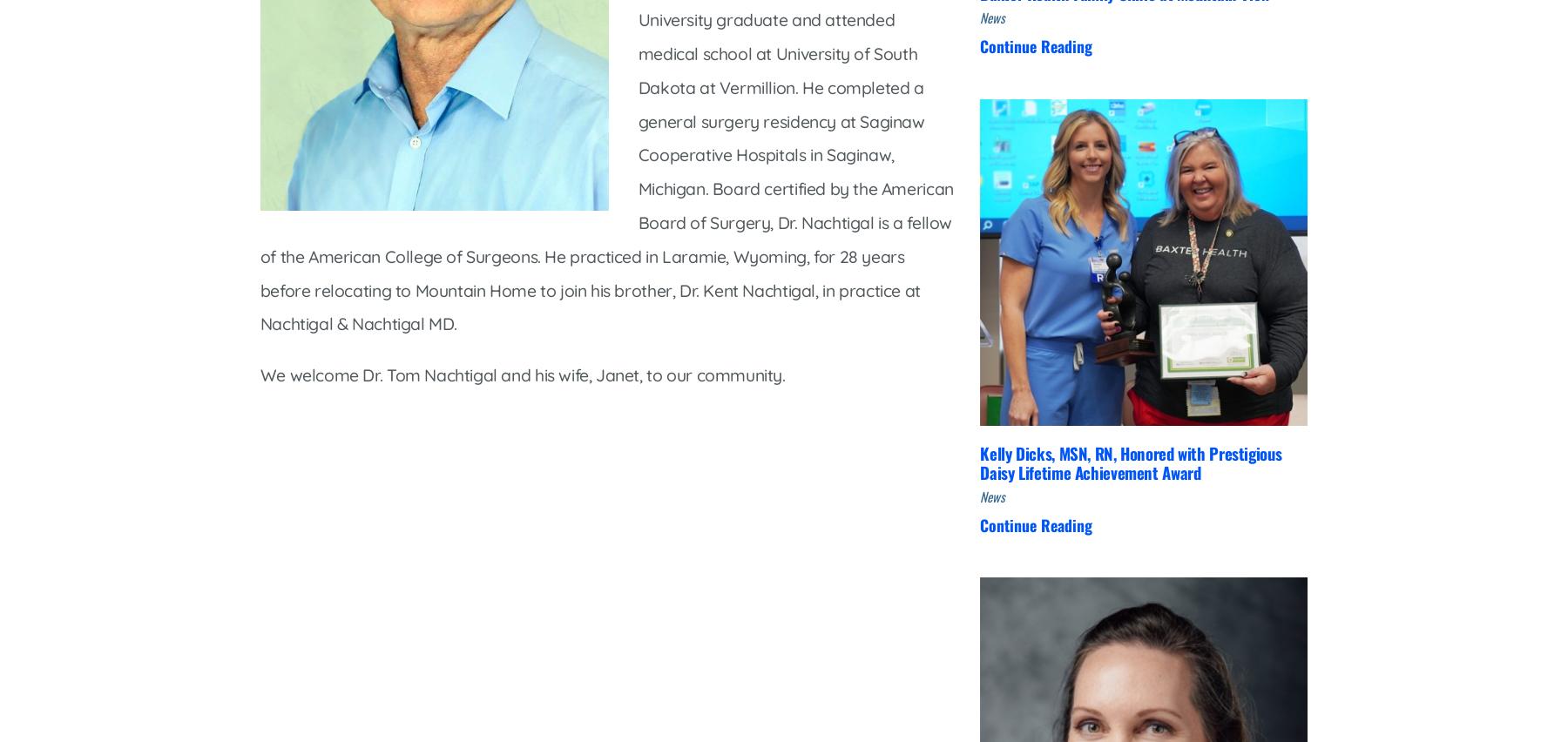 This screenshot has width=1568, height=742. I want to click on 'Board Portal', so click(664, 548).